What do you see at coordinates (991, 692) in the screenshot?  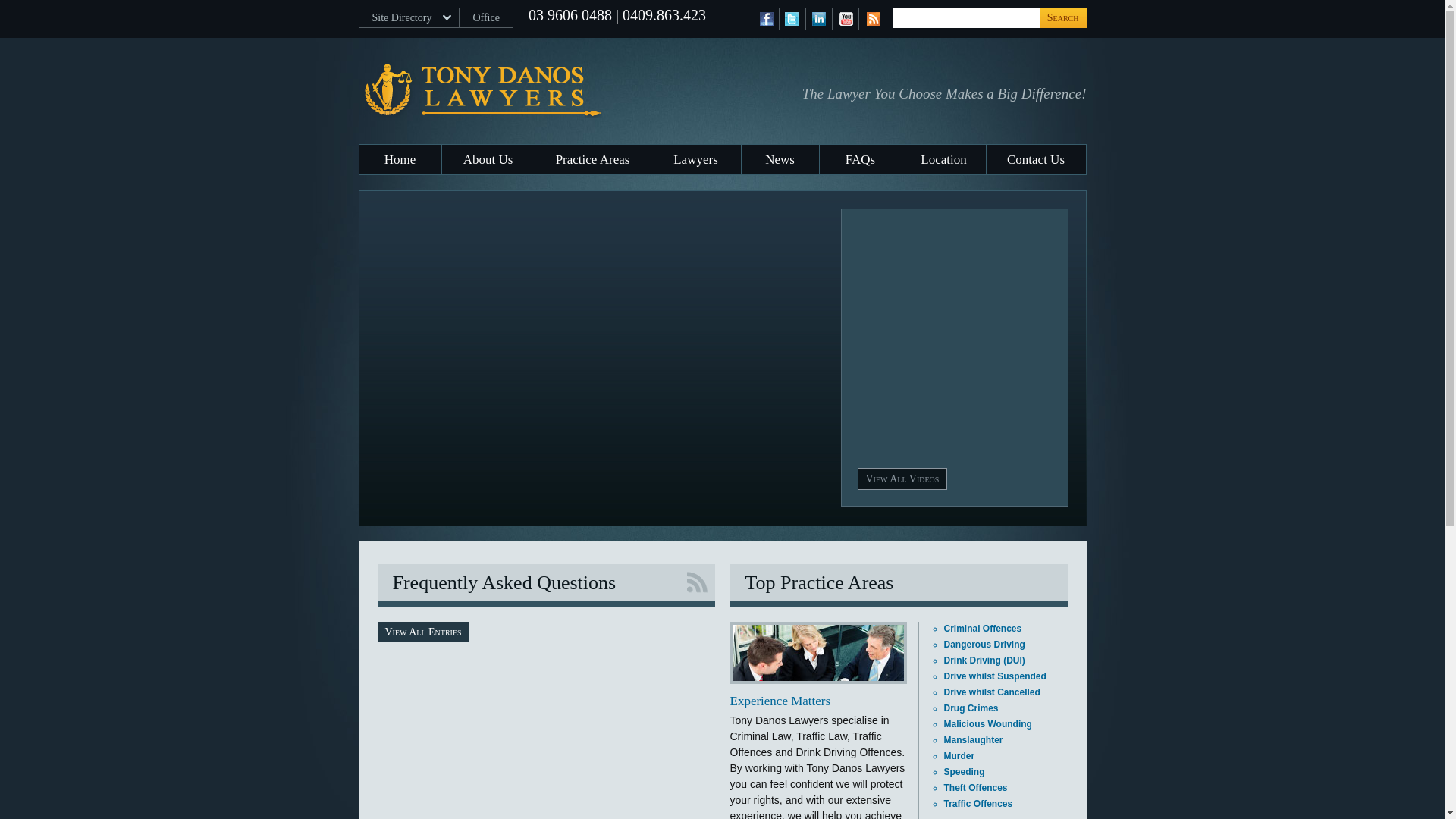 I see `'Drive whilst Cancelled'` at bounding box center [991, 692].